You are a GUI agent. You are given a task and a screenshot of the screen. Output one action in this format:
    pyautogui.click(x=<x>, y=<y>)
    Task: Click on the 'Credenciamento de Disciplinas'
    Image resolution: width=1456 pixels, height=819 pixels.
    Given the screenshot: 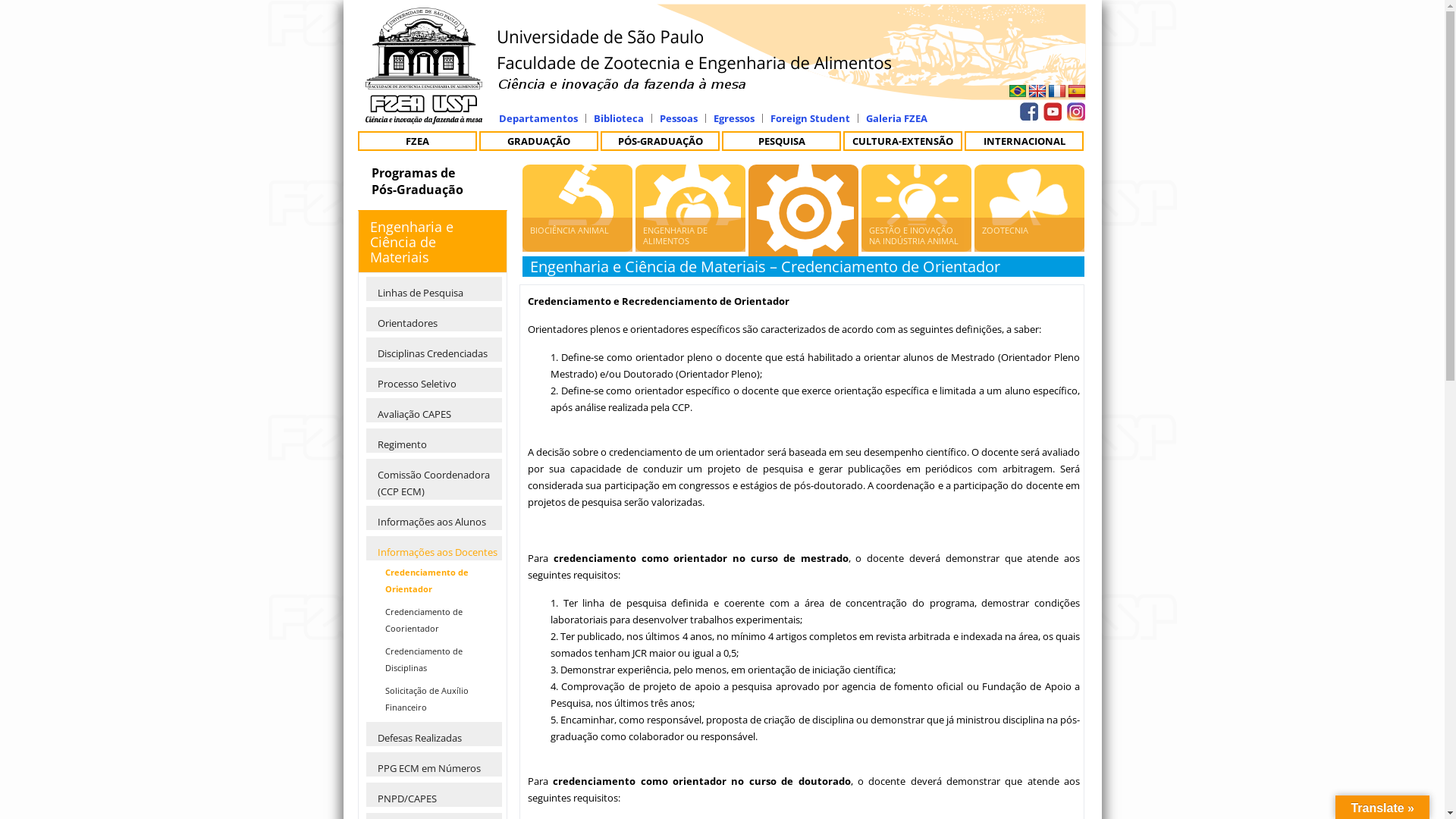 What is the action you would take?
    pyautogui.click(x=436, y=659)
    